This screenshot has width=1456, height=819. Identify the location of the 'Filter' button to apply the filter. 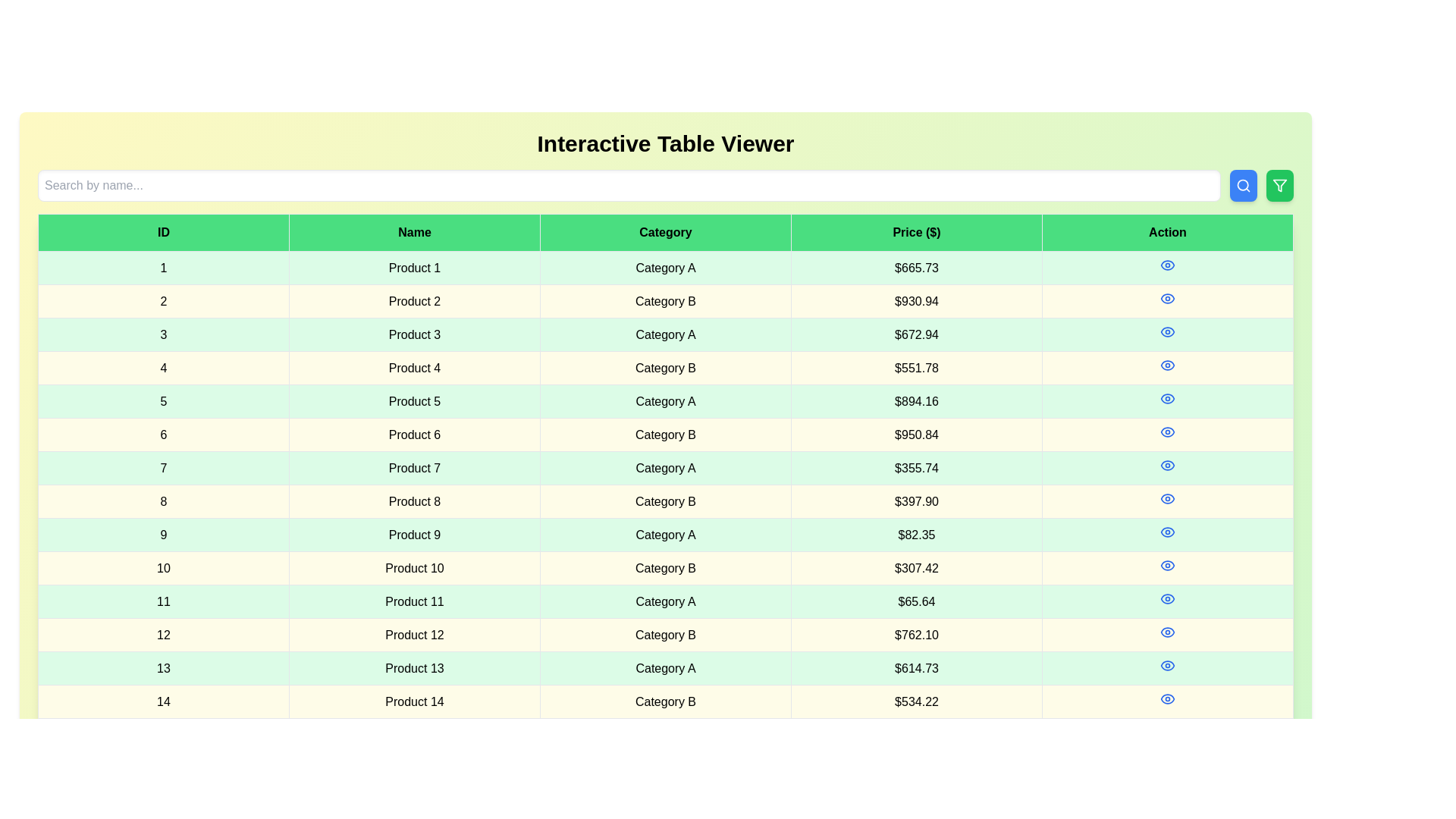
(1279, 185).